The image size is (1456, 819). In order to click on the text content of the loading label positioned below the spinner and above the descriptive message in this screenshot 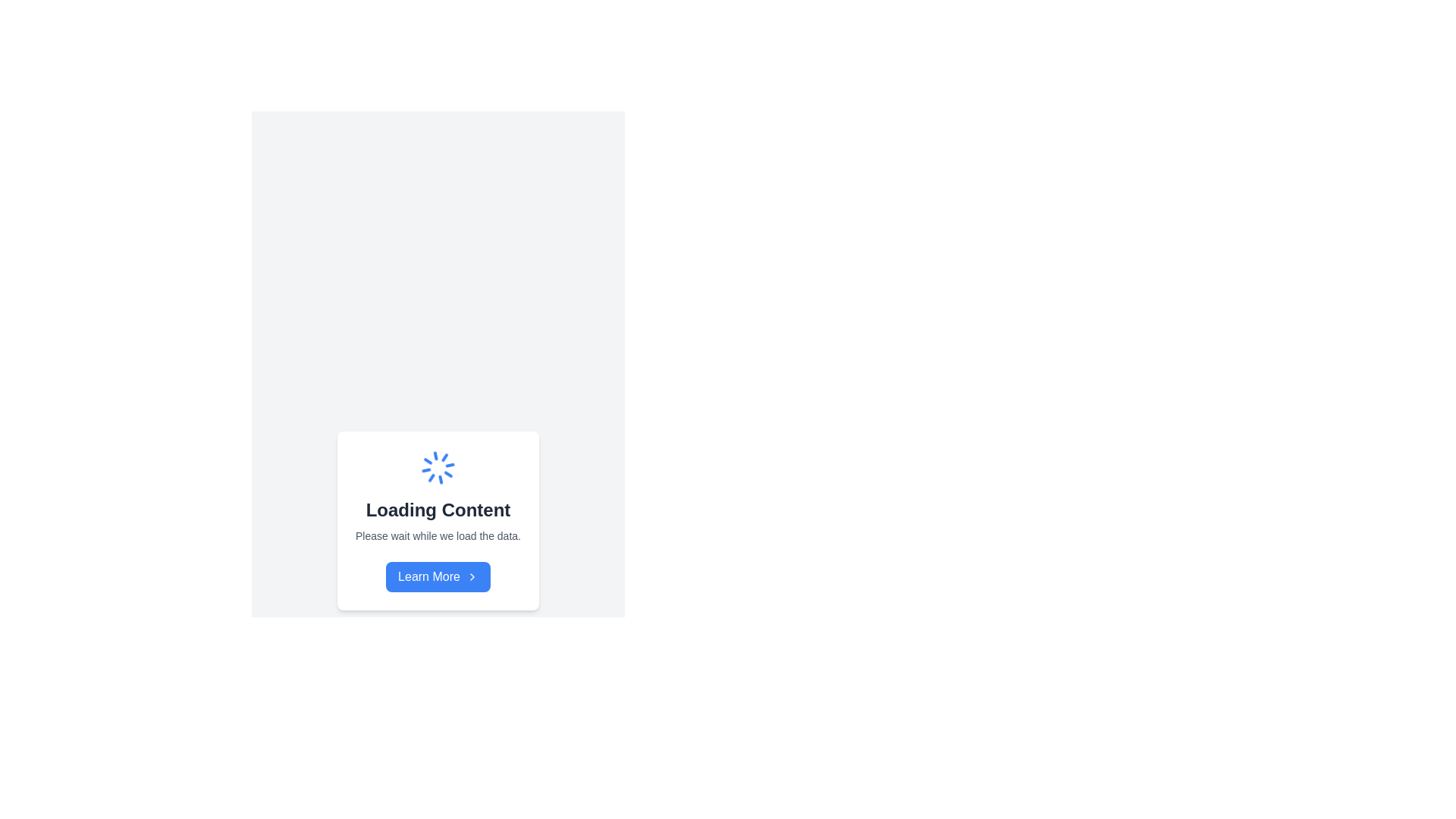, I will do `click(437, 510)`.